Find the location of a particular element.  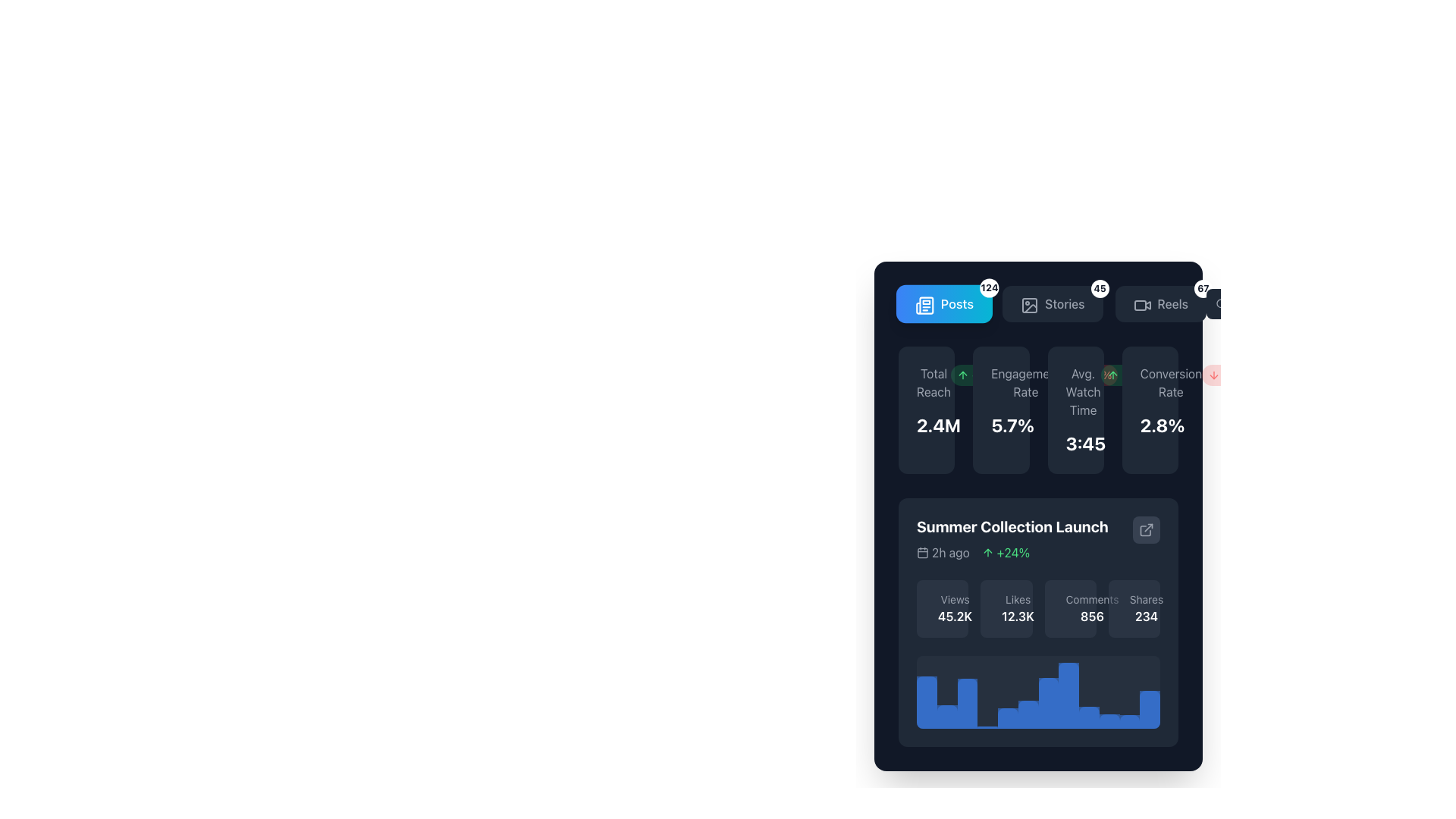

the static text element displaying '5.7%' in bold white font, located in the bottom right corner of the user statistics card under the 'Engagement Rate' header is located at coordinates (1001, 425).